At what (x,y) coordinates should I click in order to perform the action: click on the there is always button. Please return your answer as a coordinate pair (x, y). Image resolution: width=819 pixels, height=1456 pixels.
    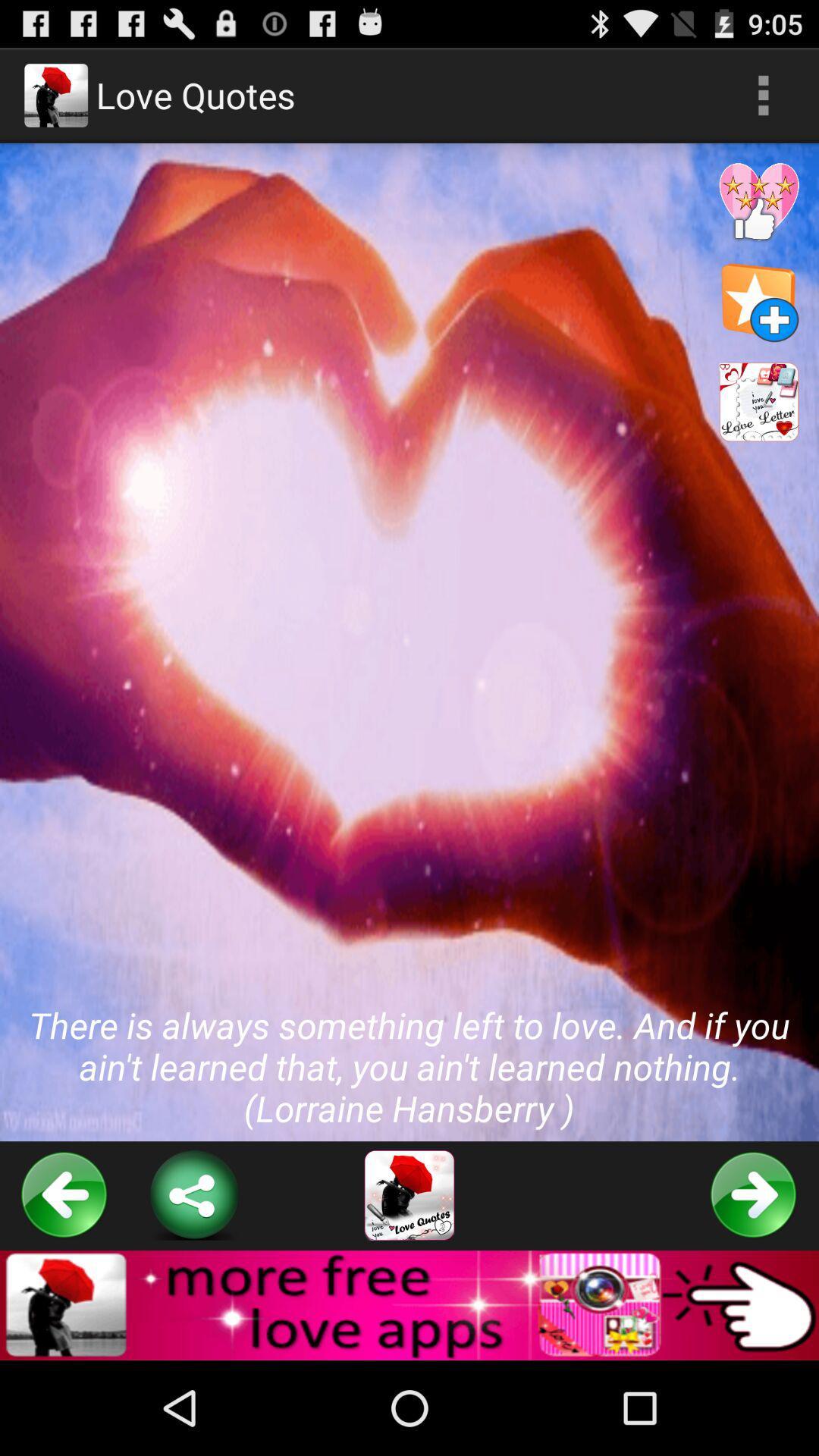
    Looking at the image, I should click on (409, 642).